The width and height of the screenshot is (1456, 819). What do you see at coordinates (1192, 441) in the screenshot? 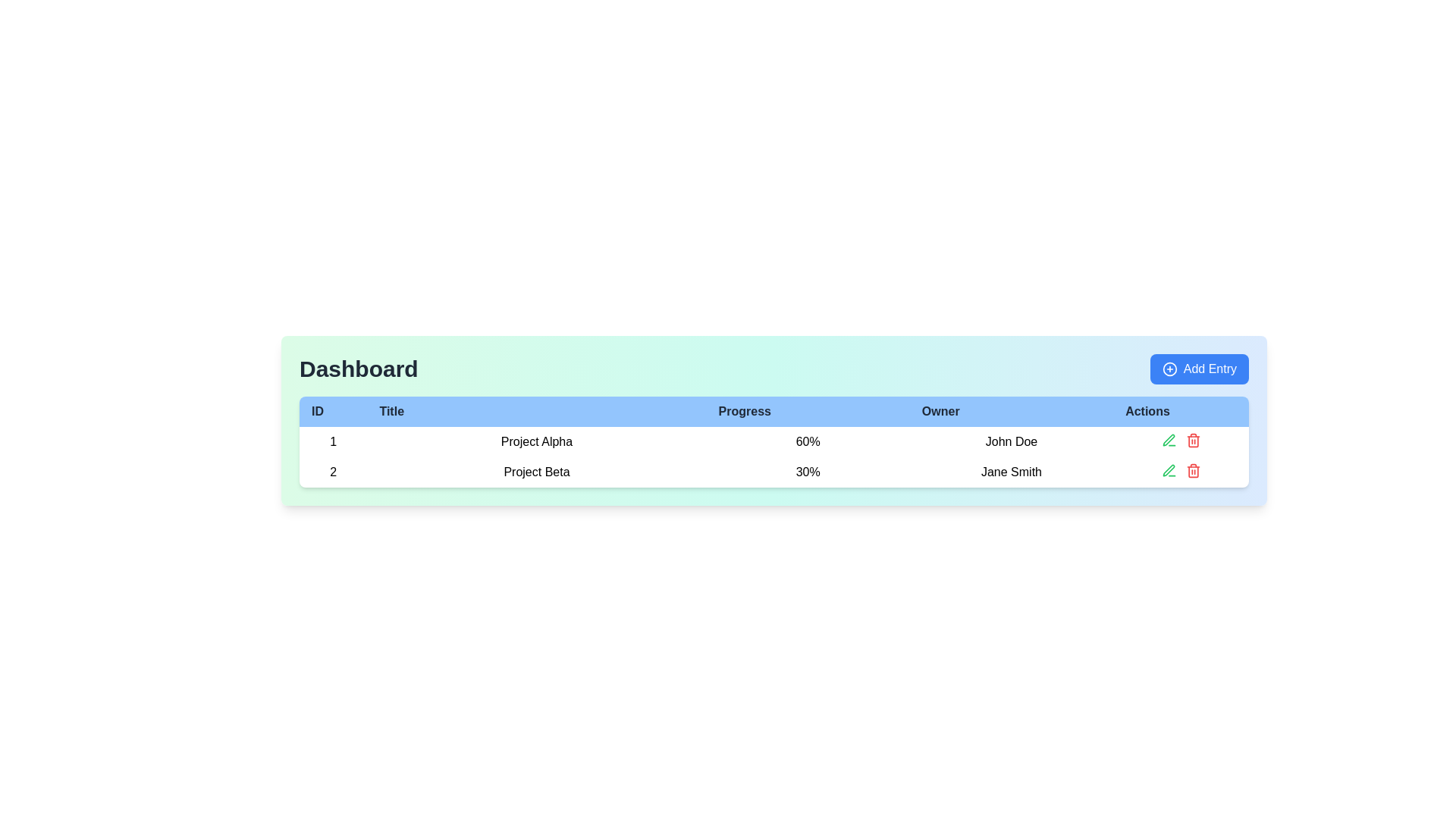
I see `the delete button icon in the Actions column of the second row of the data table` at bounding box center [1192, 441].